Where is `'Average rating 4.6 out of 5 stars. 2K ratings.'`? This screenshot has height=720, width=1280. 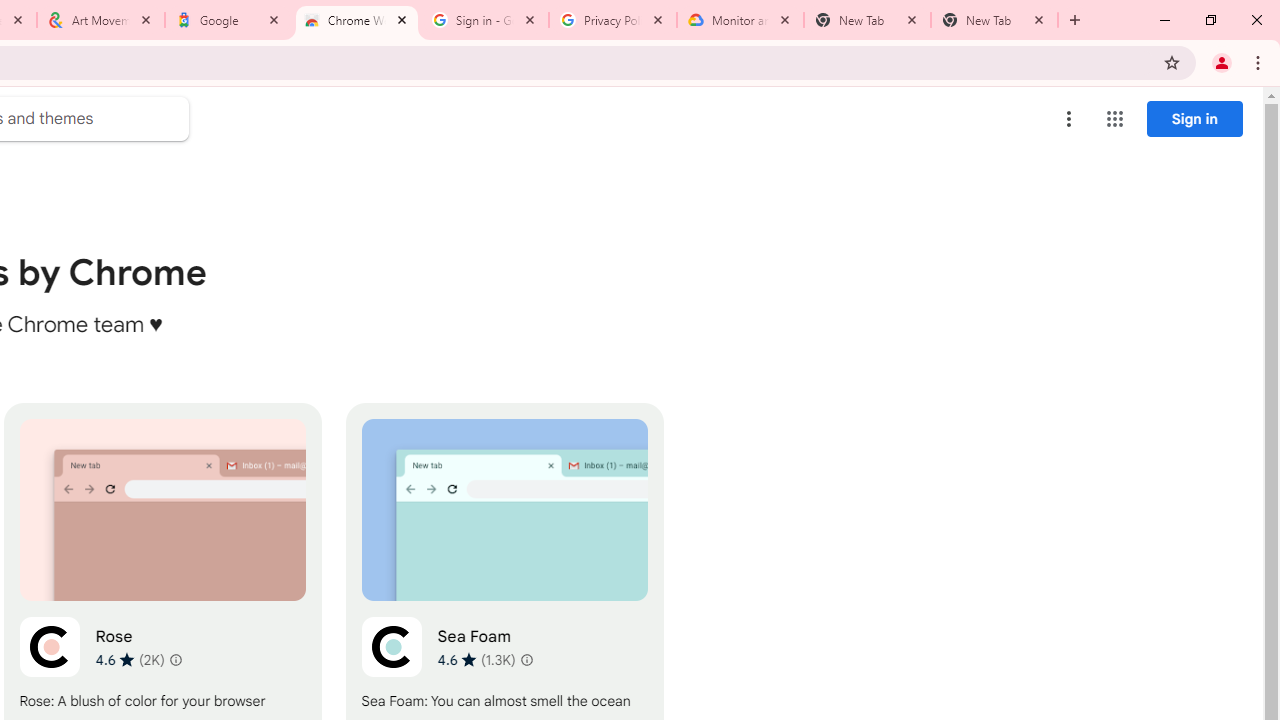 'Average rating 4.6 out of 5 stars. 2K ratings.' is located at coordinates (128, 659).